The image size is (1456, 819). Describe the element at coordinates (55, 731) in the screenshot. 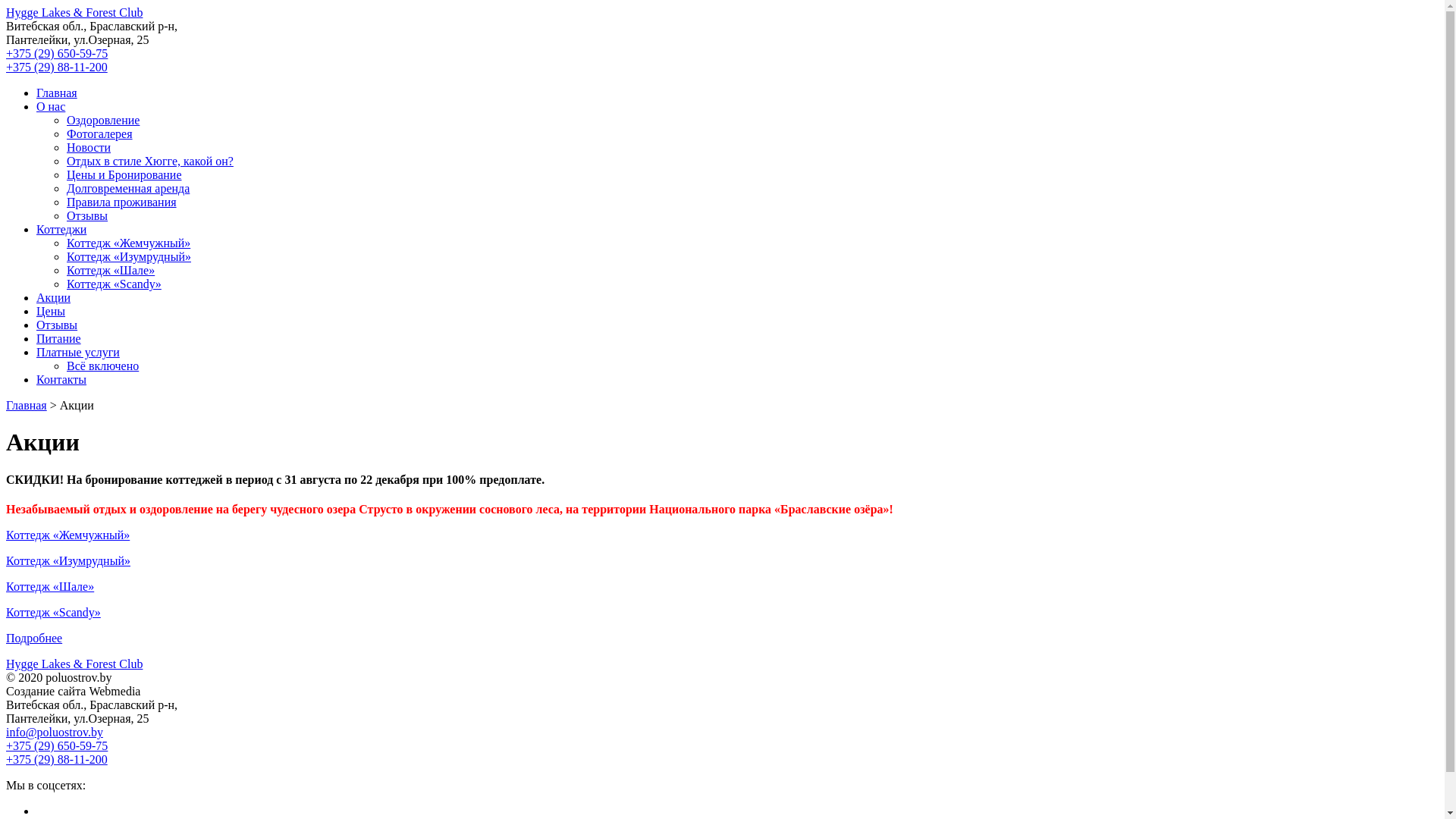

I see `'info@poluostrov.by'` at that location.